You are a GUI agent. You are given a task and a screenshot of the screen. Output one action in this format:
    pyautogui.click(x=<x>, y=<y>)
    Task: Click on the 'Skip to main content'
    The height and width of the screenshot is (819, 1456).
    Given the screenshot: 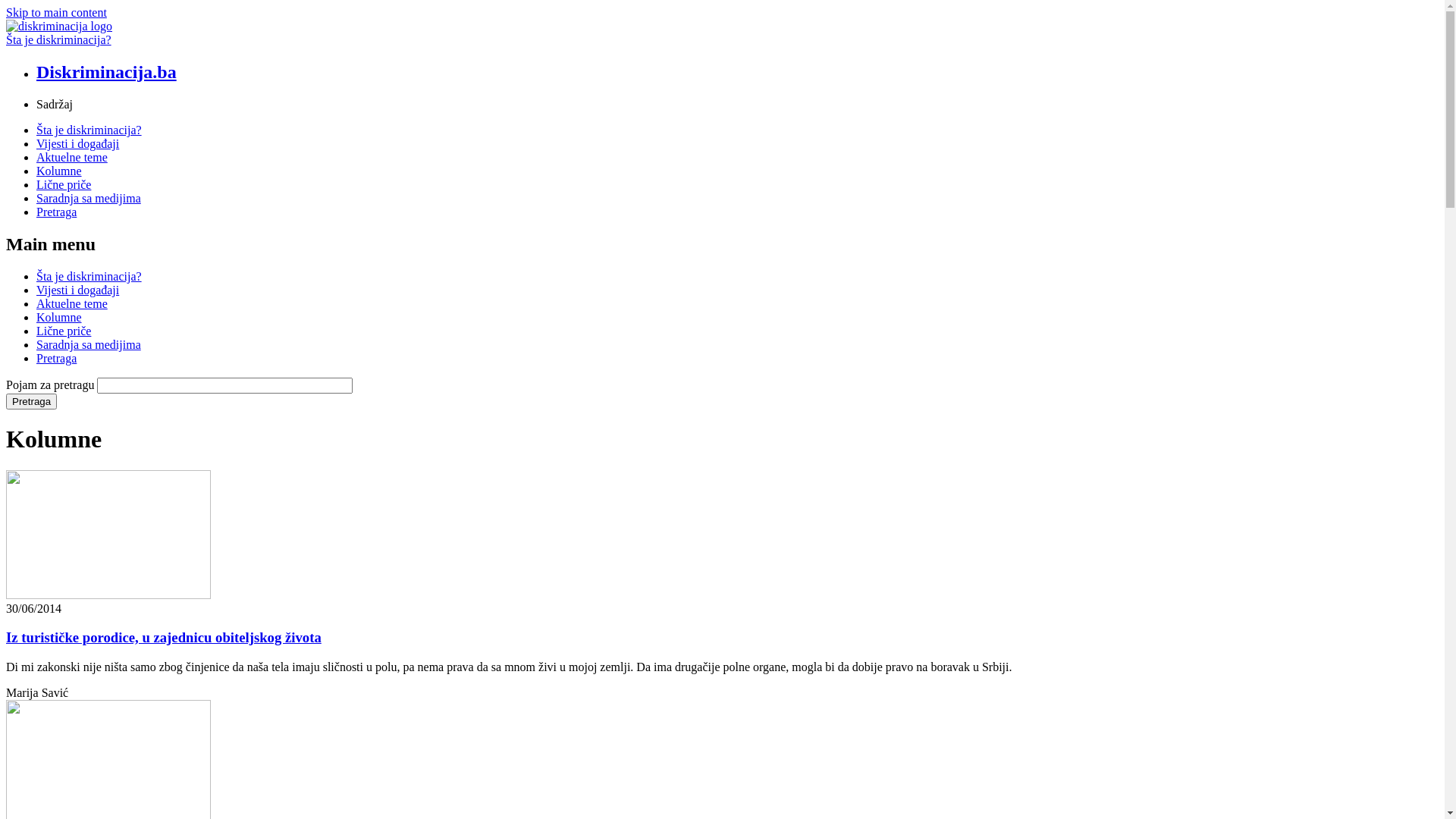 What is the action you would take?
    pyautogui.click(x=56, y=12)
    